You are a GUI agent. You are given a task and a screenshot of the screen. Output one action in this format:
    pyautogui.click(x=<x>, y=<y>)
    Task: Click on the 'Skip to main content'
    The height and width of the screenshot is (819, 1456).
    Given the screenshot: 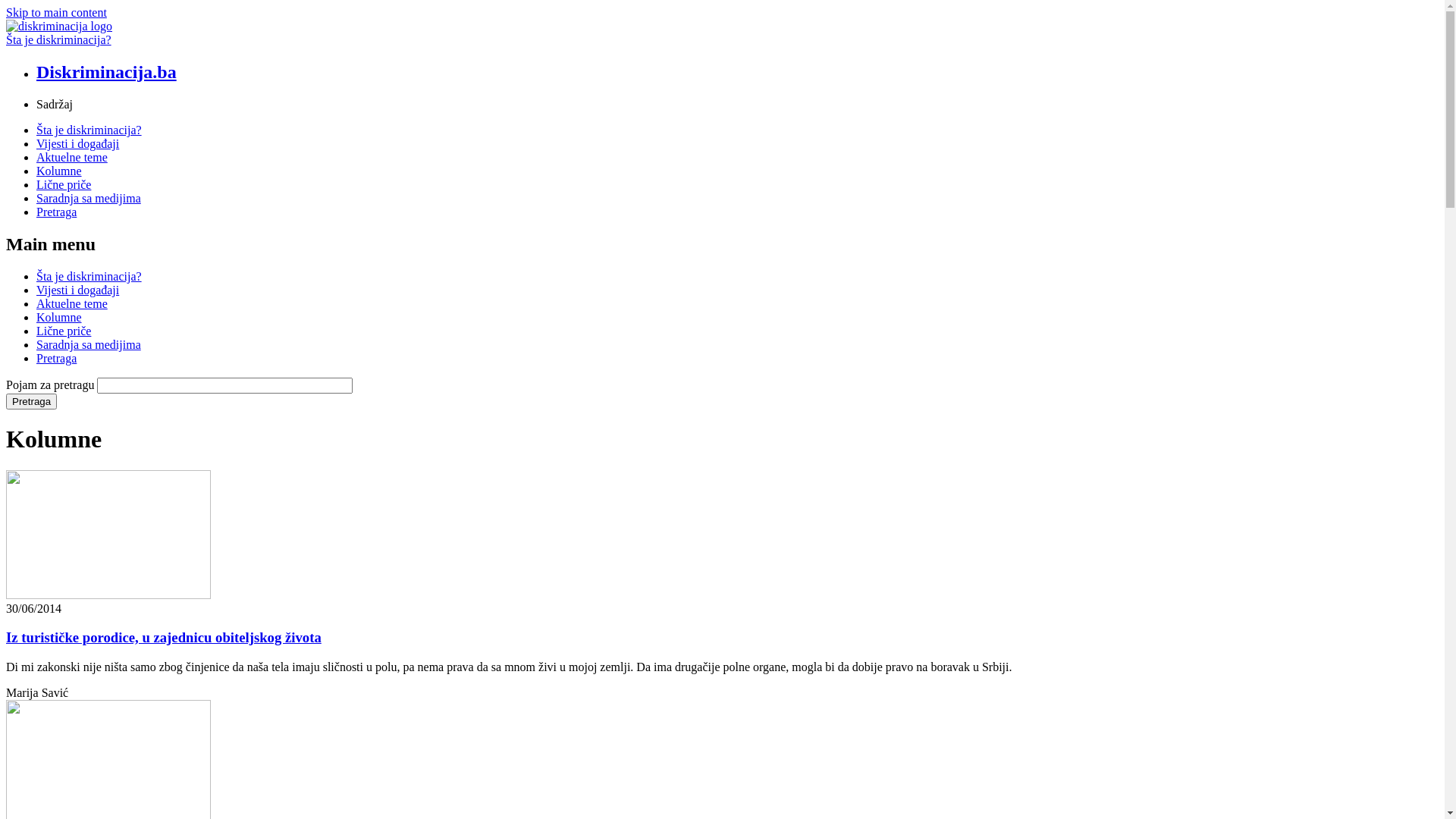 What is the action you would take?
    pyautogui.click(x=56, y=12)
    